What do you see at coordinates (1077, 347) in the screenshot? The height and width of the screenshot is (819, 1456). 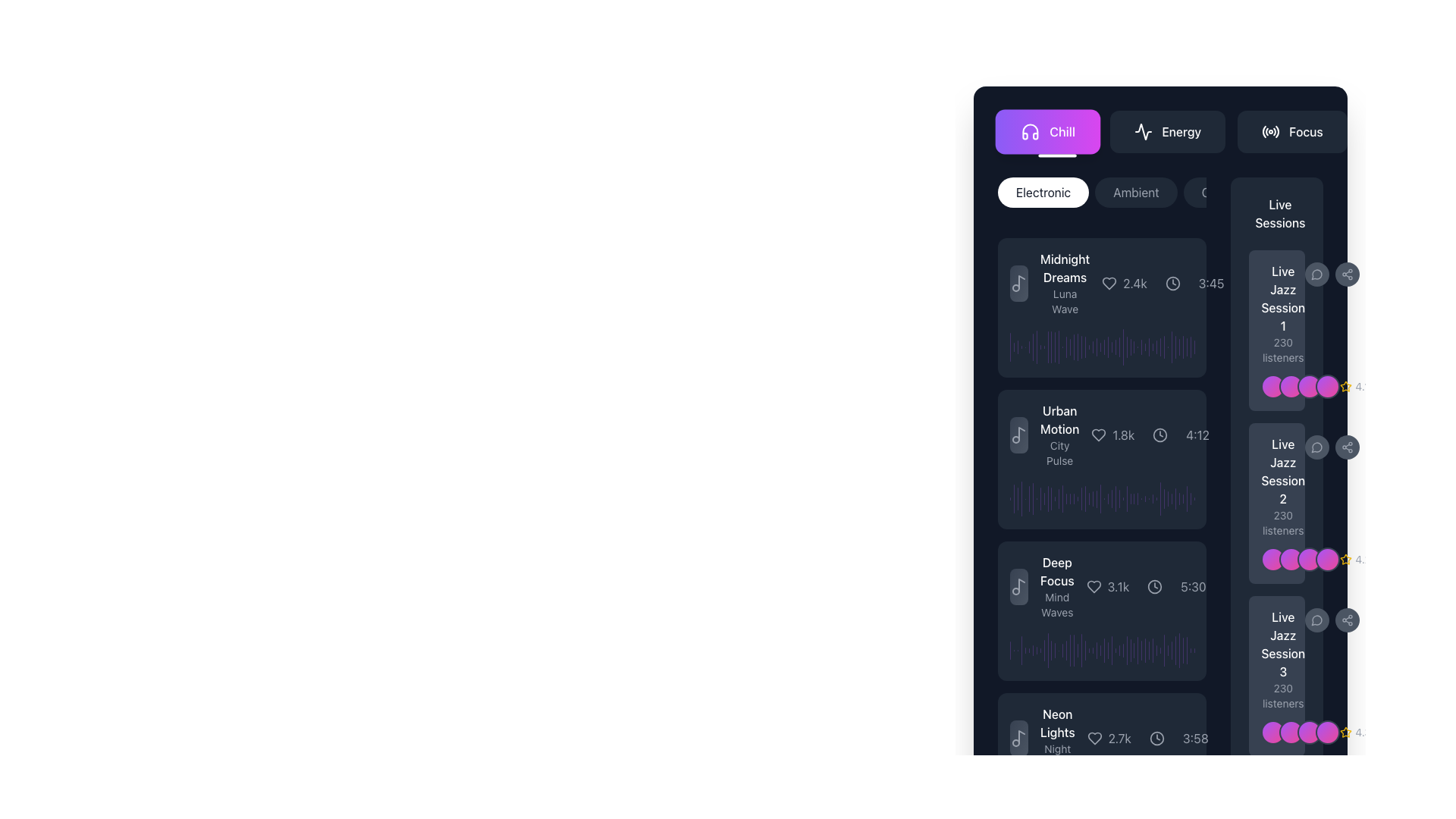 I see `the 19th purple vertical bar in the chart, which is semi-transparent and has rounded edges` at bounding box center [1077, 347].